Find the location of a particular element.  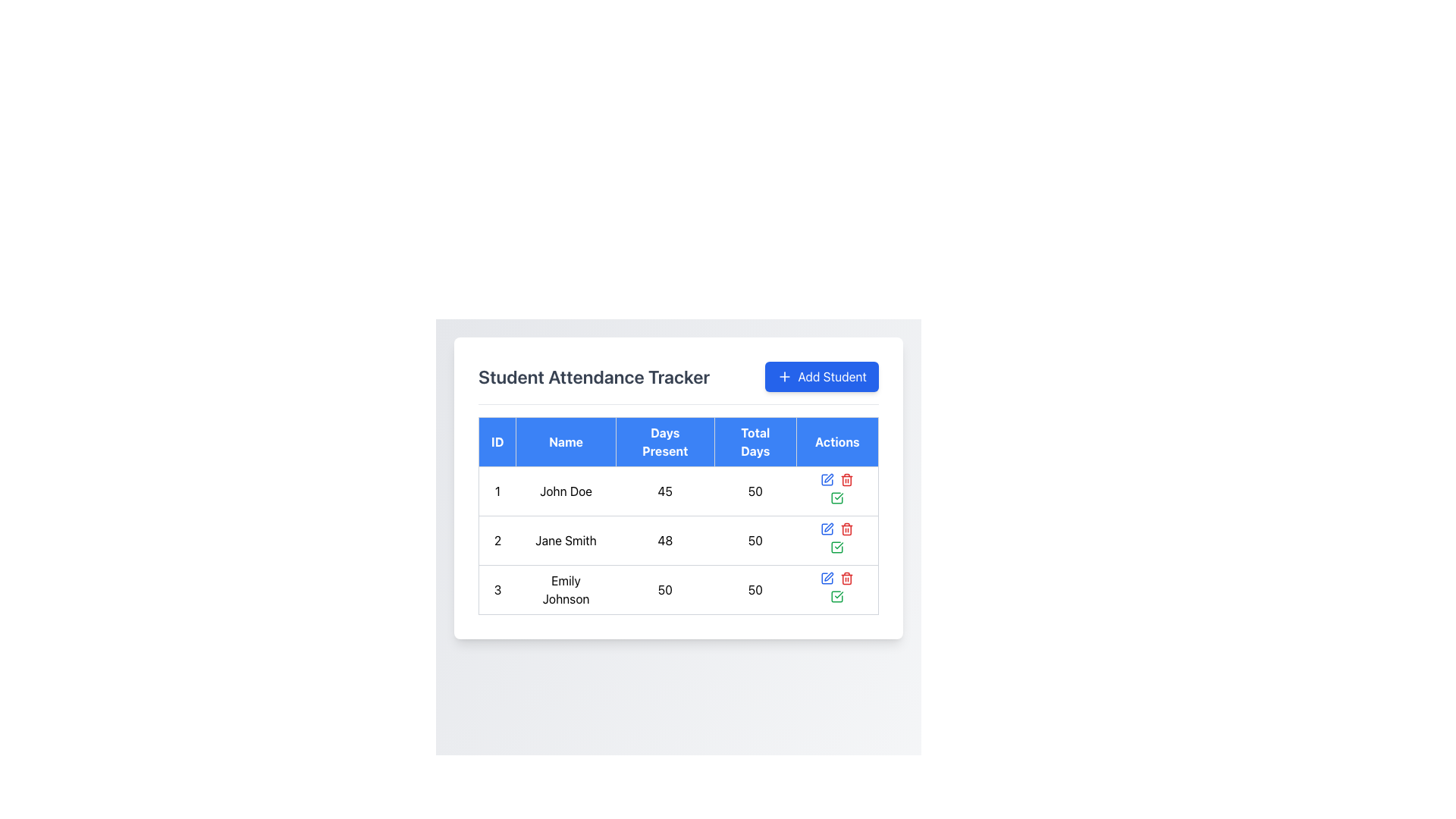

the body of the trash bin icon, which is styled with a black stroke and no fill, located in the 'Actions' column of the third row of the student attendance table is located at coordinates (846, 579).